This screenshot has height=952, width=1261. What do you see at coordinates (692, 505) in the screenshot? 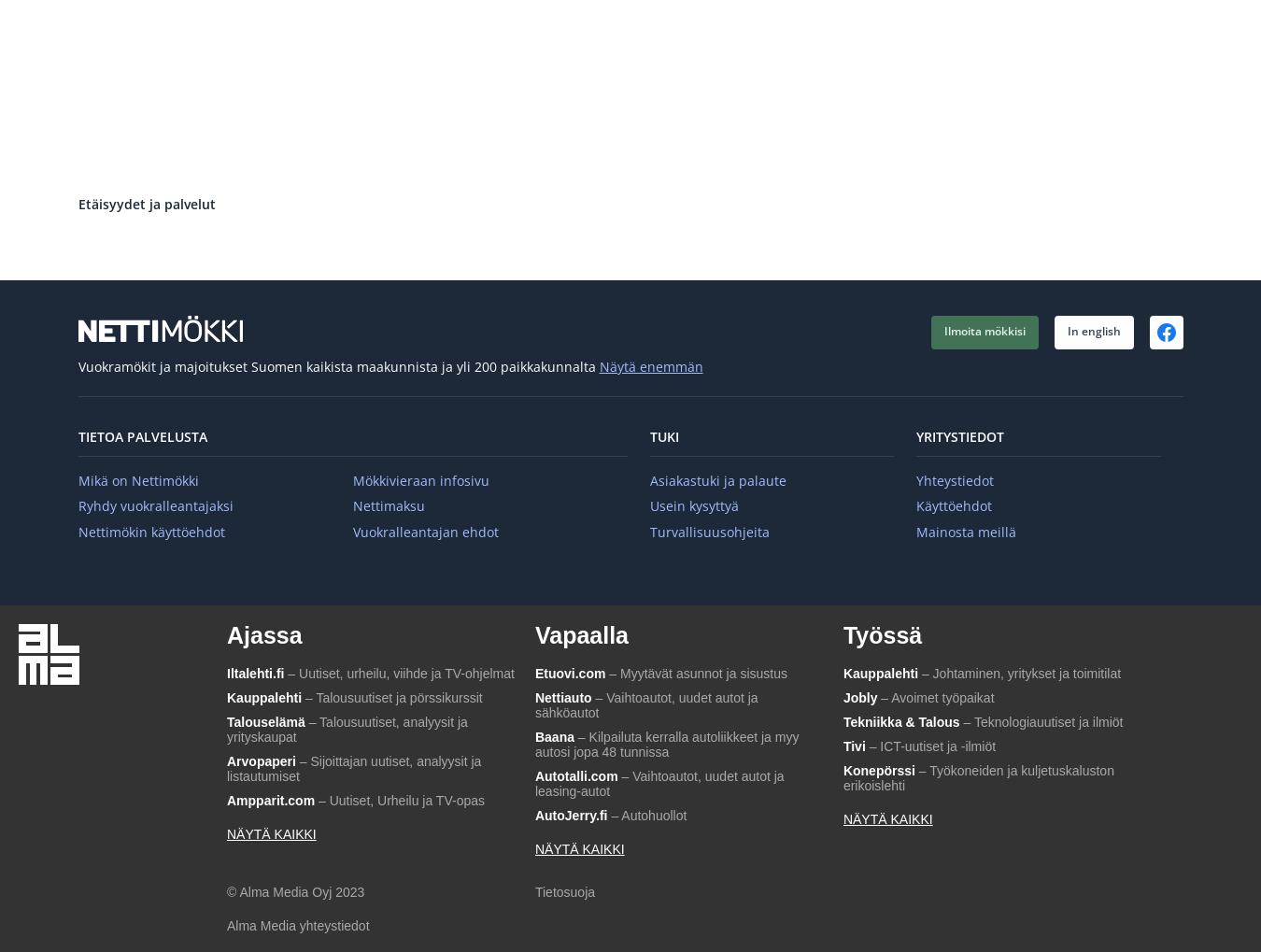
I see `'Usein kysyttyä'` at bounding box center [692, 505].